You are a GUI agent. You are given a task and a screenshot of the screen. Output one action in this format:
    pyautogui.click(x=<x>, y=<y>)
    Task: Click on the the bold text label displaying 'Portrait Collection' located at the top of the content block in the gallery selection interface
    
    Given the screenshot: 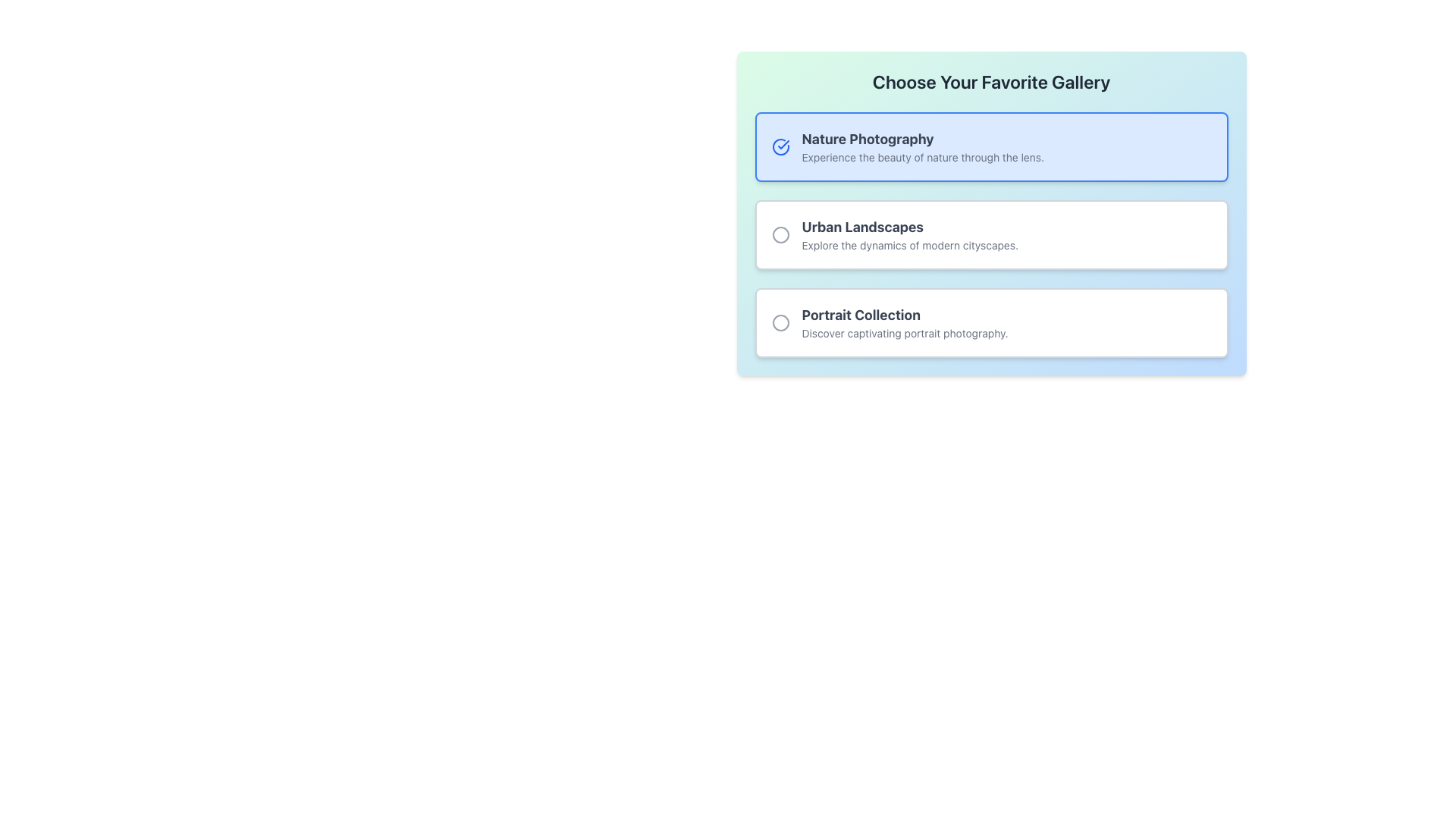 What is the action you would take?
    pyautogui.click(x=905, y=315)
    